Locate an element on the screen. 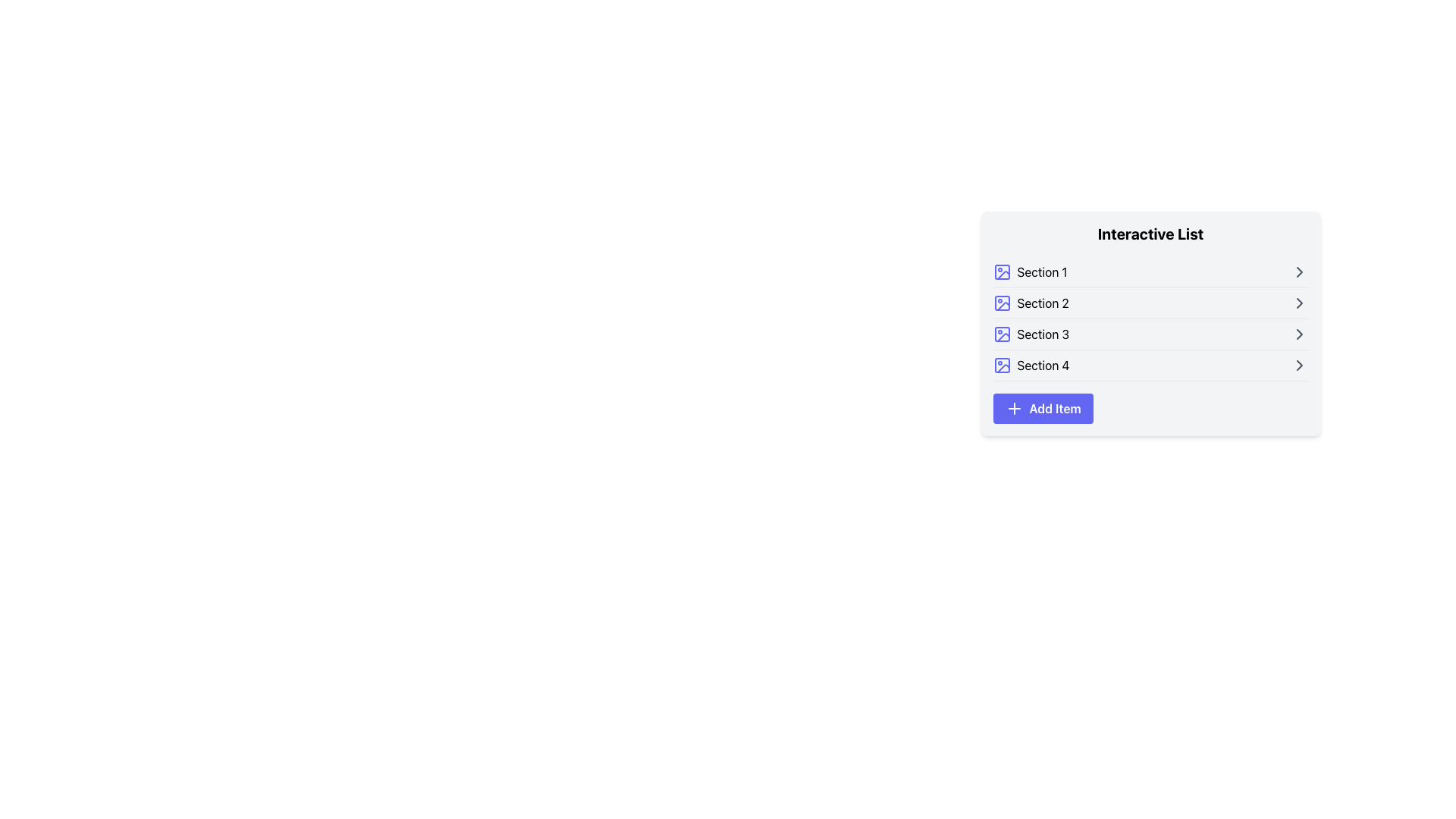 The width and height of the screenshot is (1456, 819). the icon representing the list item labeled 'Section 2' located to the left of the text label is located at coordinates (1002, 303).